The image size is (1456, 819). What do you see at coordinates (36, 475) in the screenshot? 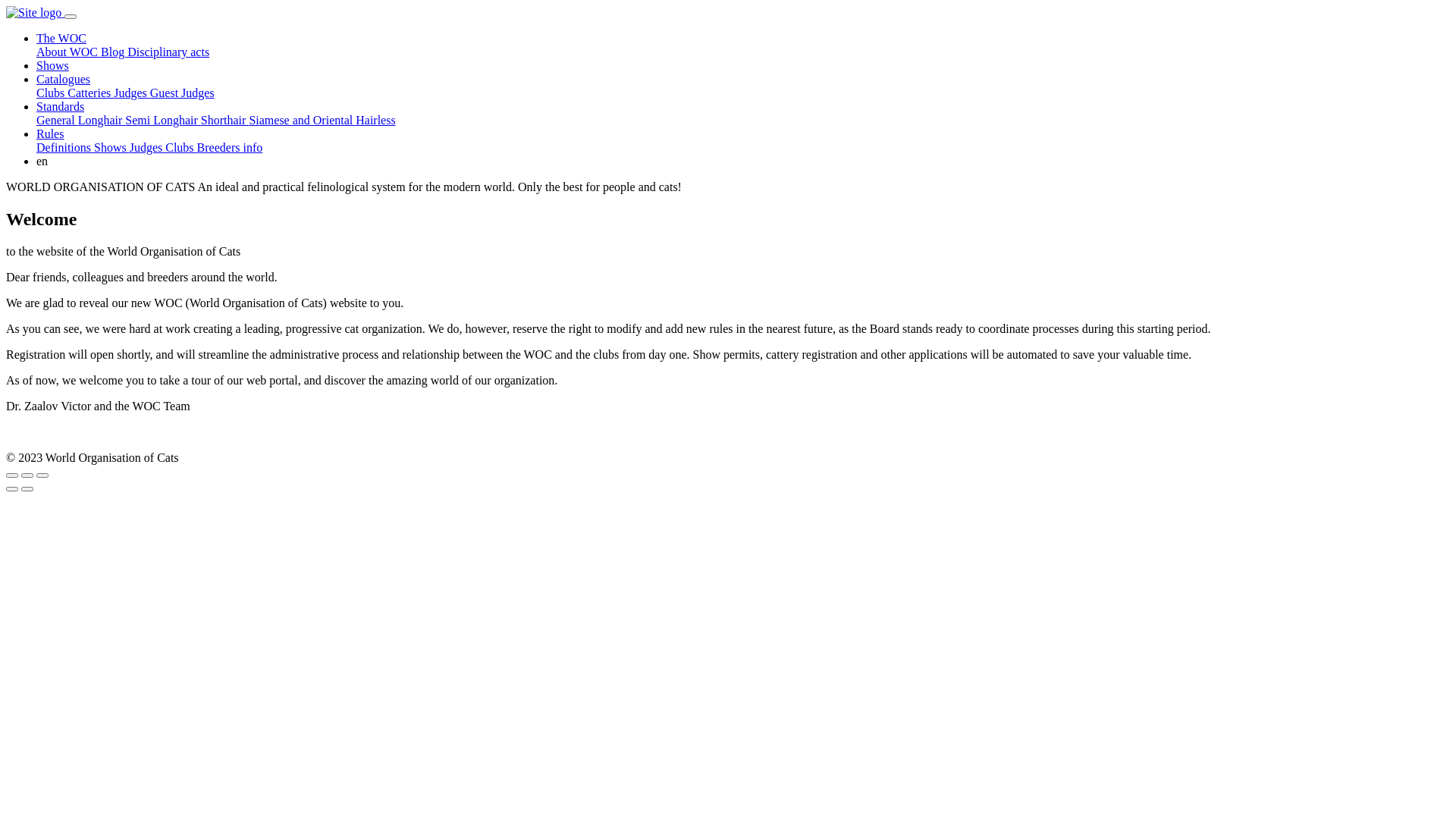
I see `'Zoom in/out'` at bounding box center [36, 475].